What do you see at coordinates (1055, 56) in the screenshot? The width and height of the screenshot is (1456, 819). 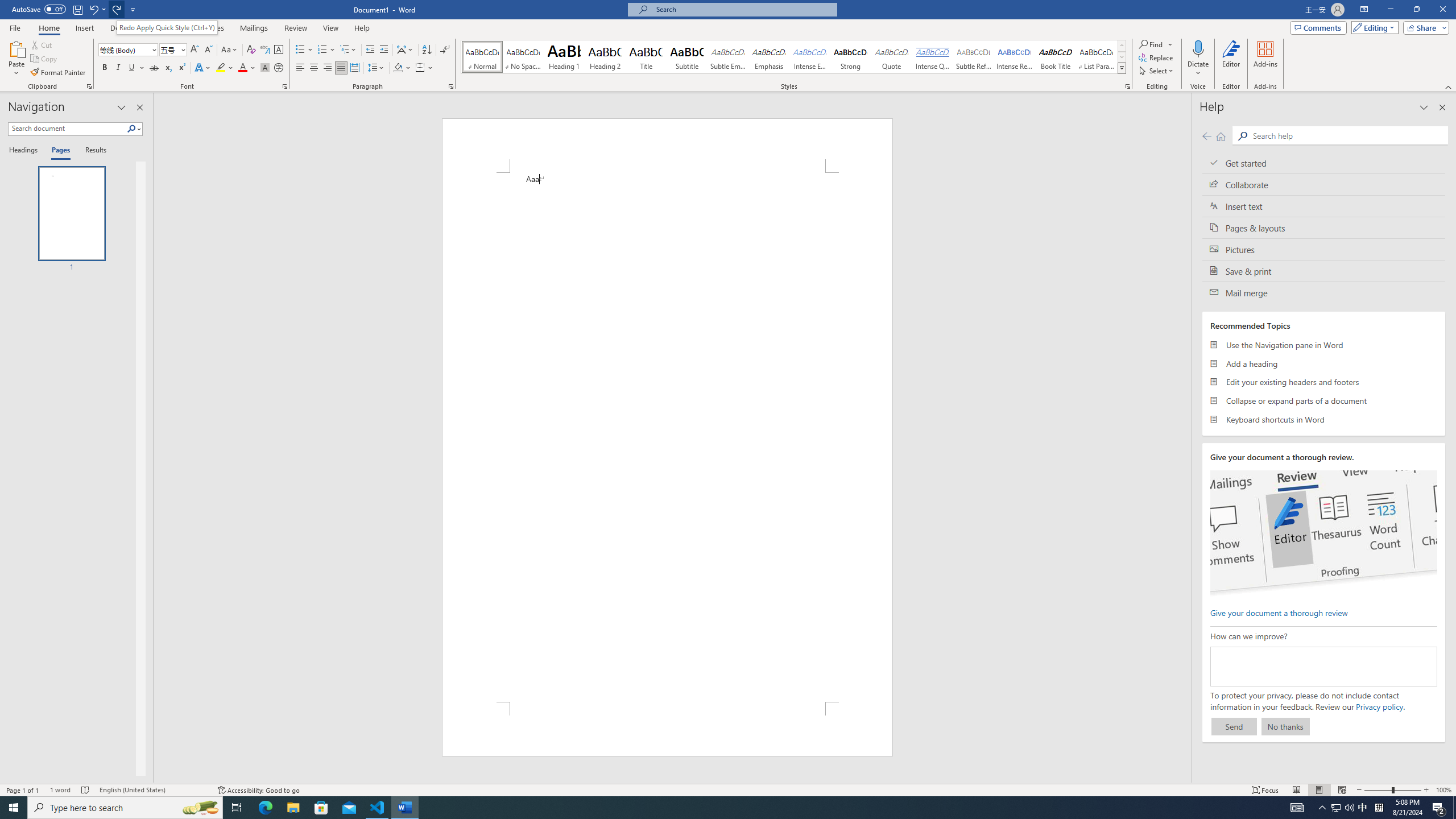 I see `'Book Title'` at bounding box center [1055, 56].